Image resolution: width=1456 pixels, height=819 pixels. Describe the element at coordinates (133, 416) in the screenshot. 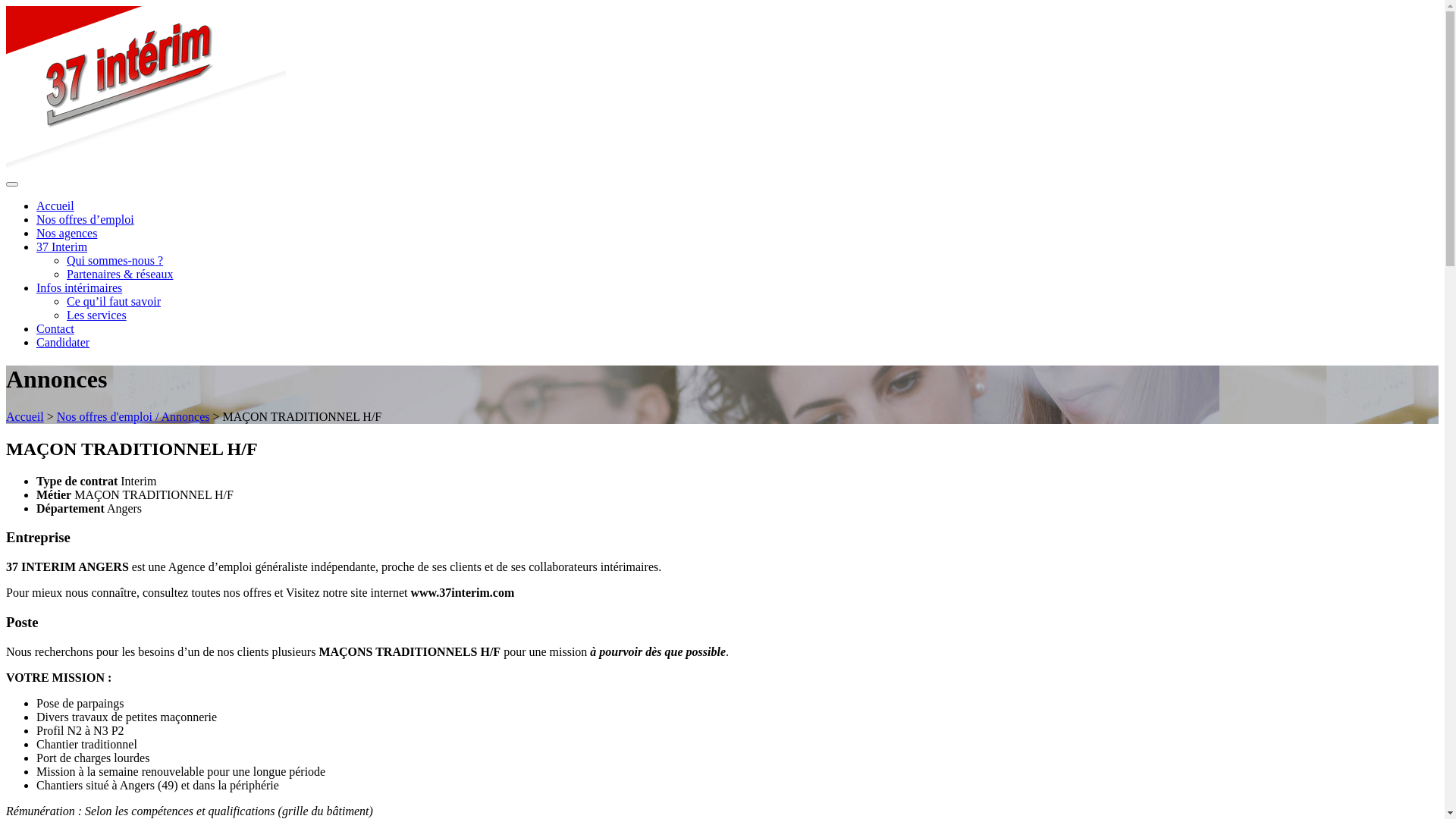

I see `'Nos offres d'emploi / Annonces'` at that location.